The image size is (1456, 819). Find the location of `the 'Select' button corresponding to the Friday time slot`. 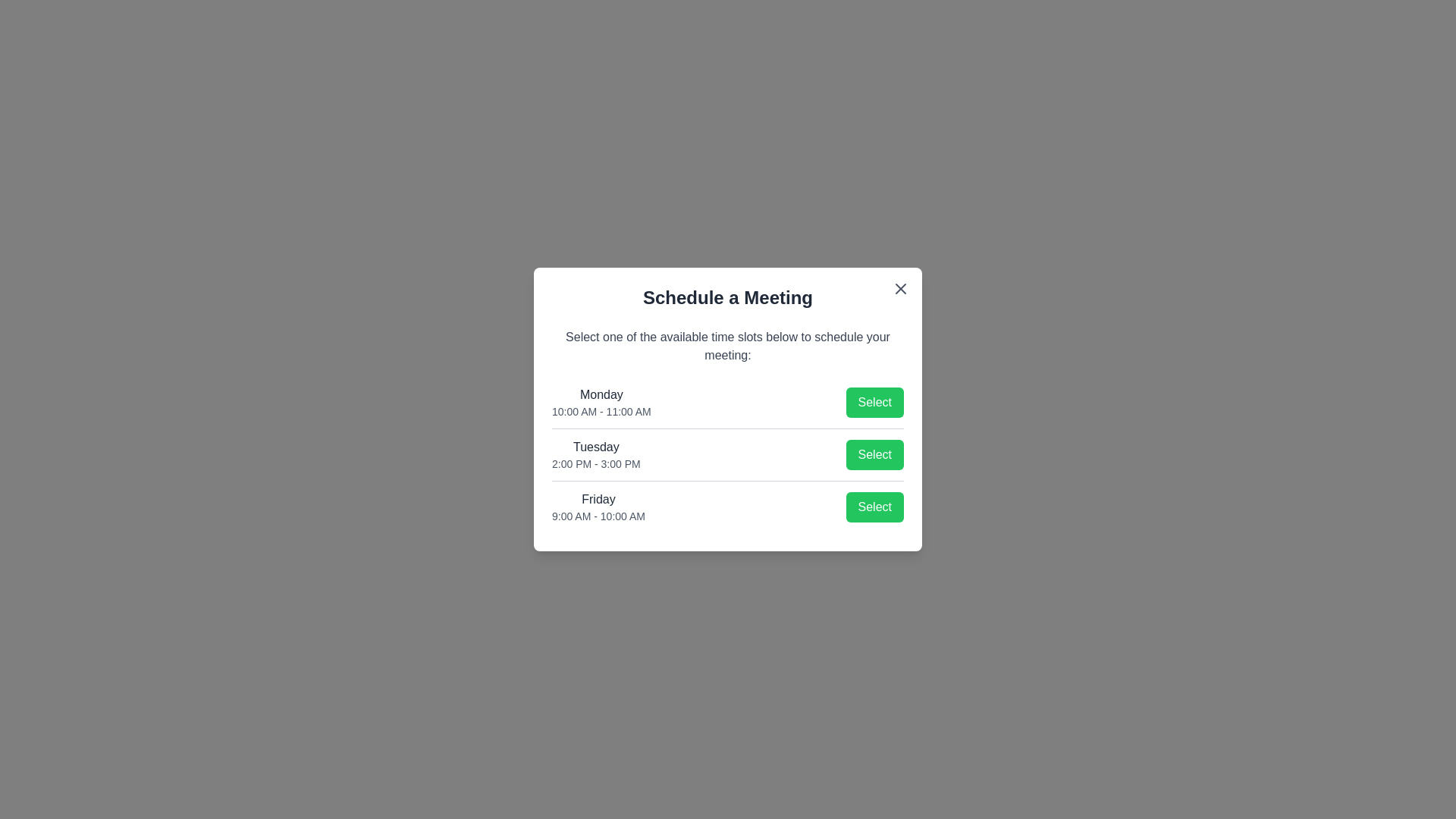

the 'Select' button corresponding to the Friday time slot is located at coordinates (874, 507).